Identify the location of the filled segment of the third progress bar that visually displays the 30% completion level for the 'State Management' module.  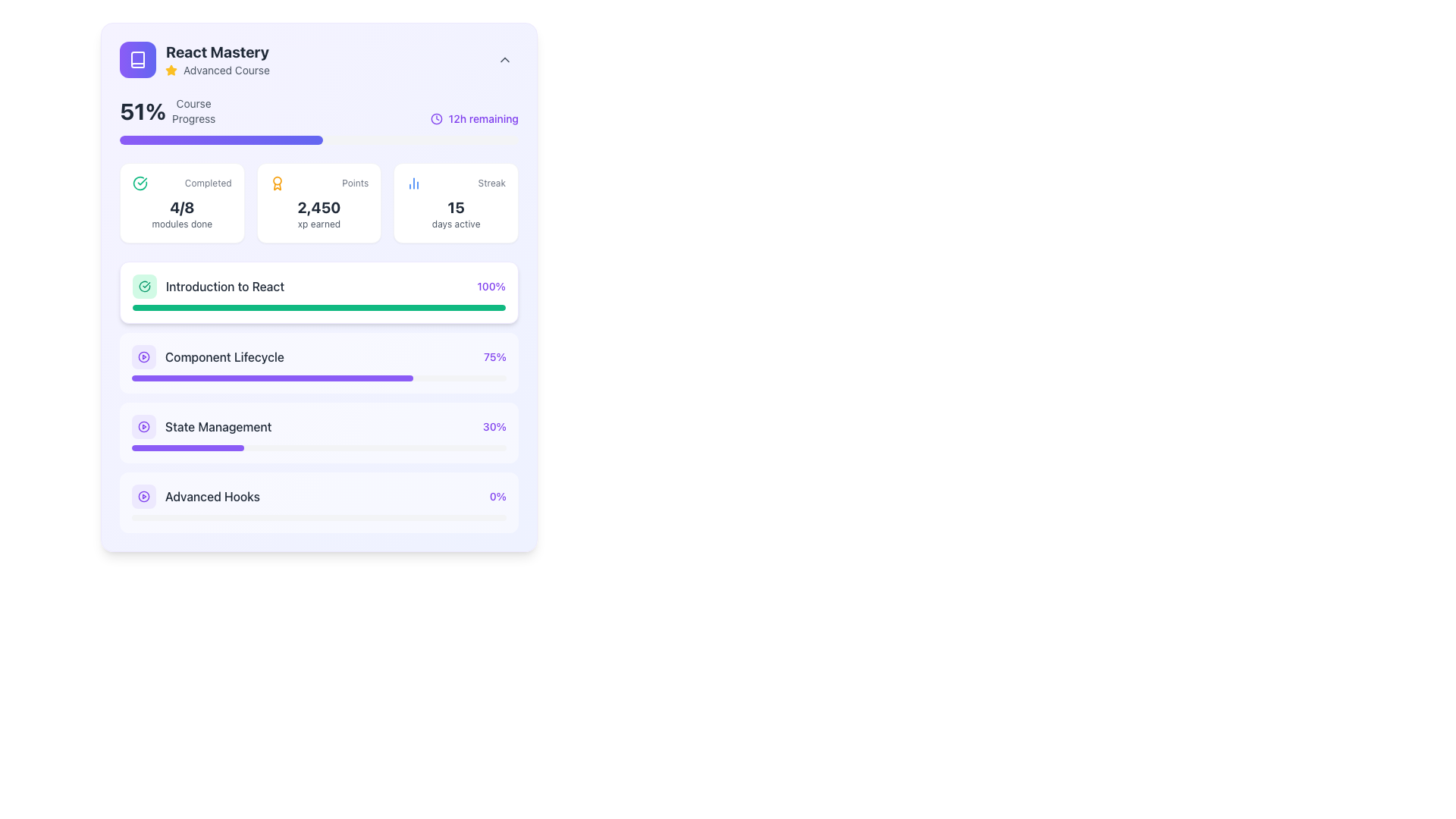
(187, 447).